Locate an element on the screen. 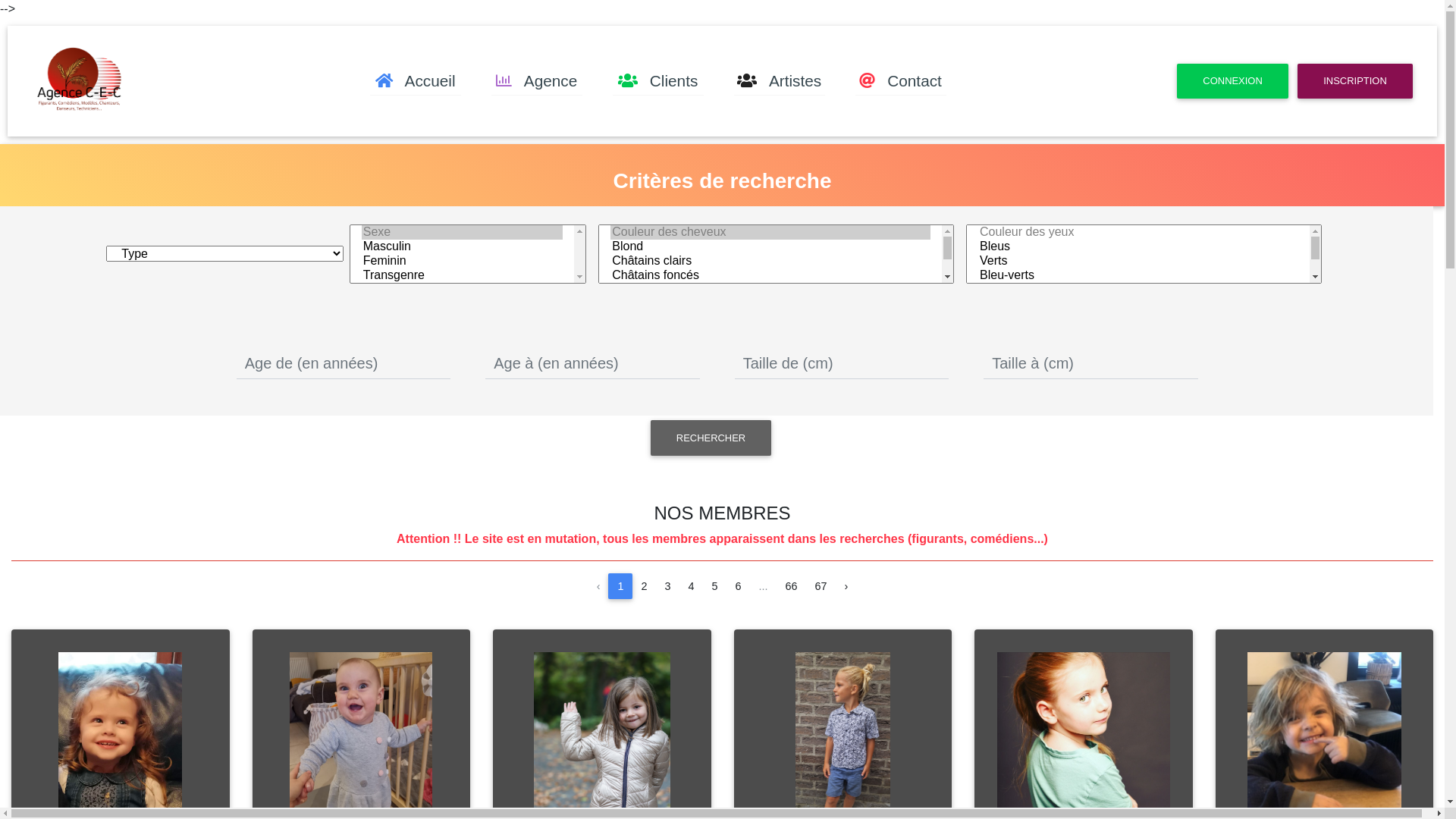 Image resolution: width=1456 pixels, height=819 pixels. 'RECHERCHER' is located at coordinates (710, 438).